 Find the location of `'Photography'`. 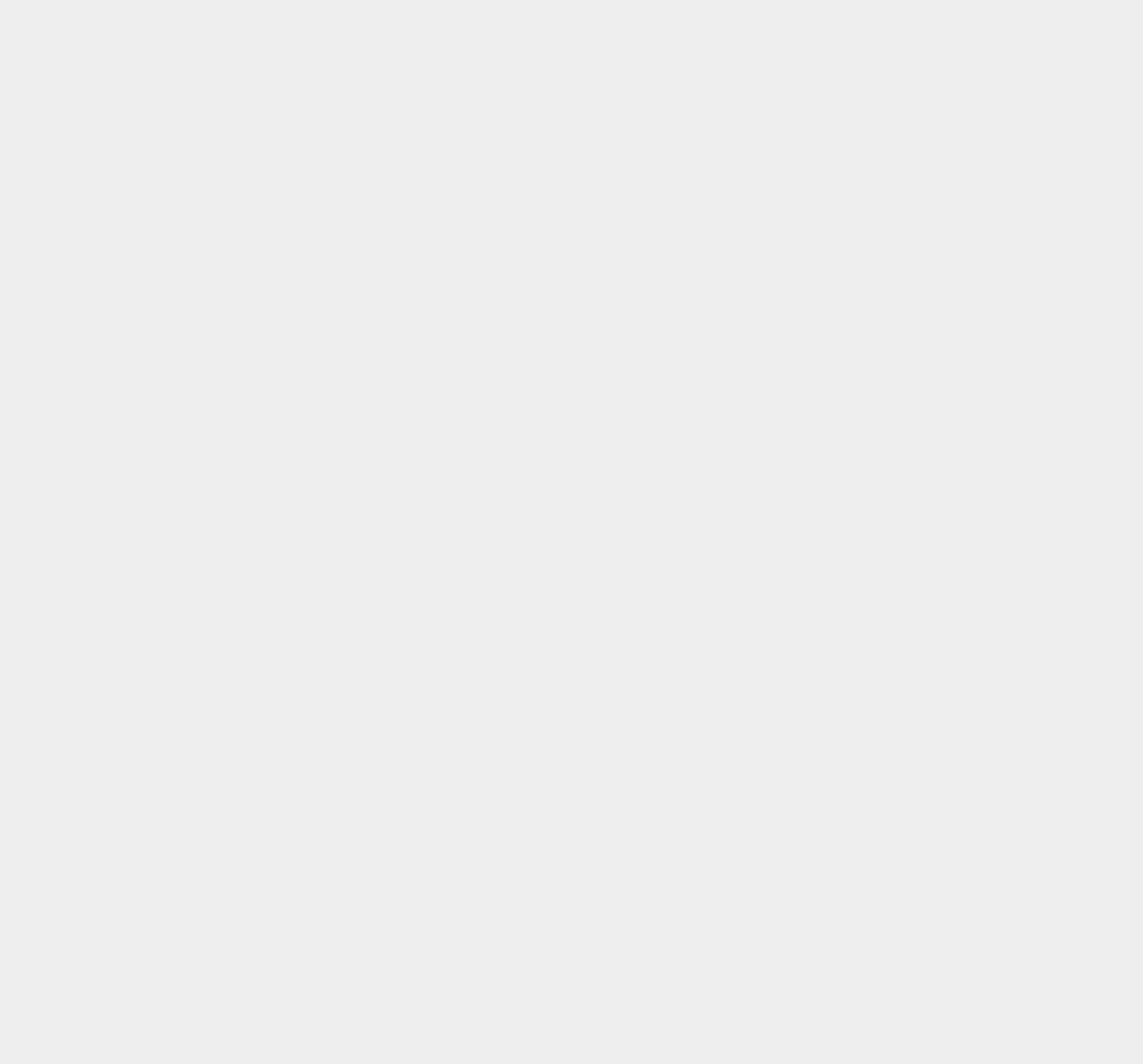

'Photography' is located at coordinates (847, 984).